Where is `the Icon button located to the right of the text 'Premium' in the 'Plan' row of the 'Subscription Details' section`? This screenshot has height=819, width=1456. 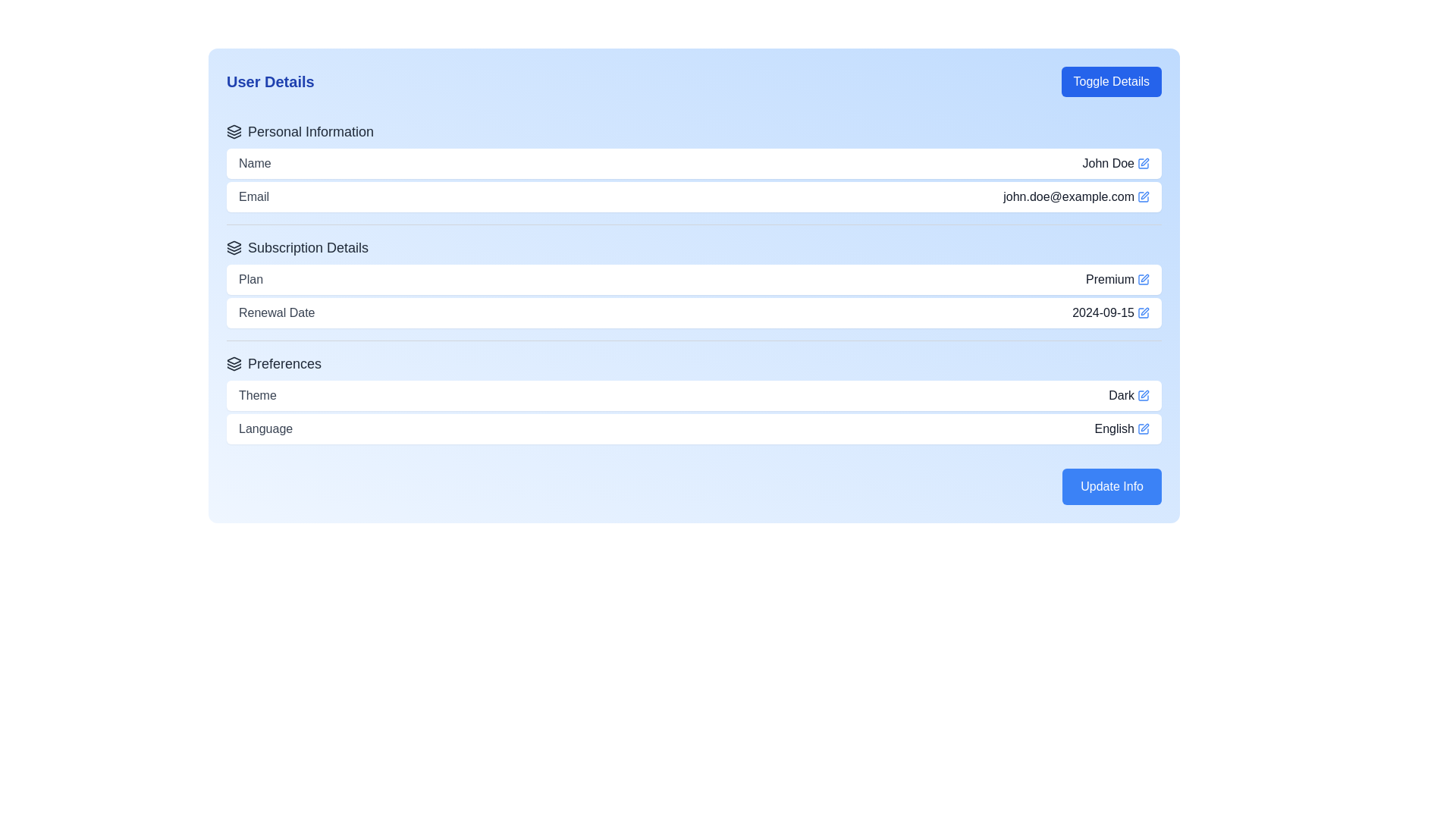
the Icon button located to the right of the text 'Premium' in the 'Plan' row of the 'Subscription Details' section is located at coordinates (1143, 280).